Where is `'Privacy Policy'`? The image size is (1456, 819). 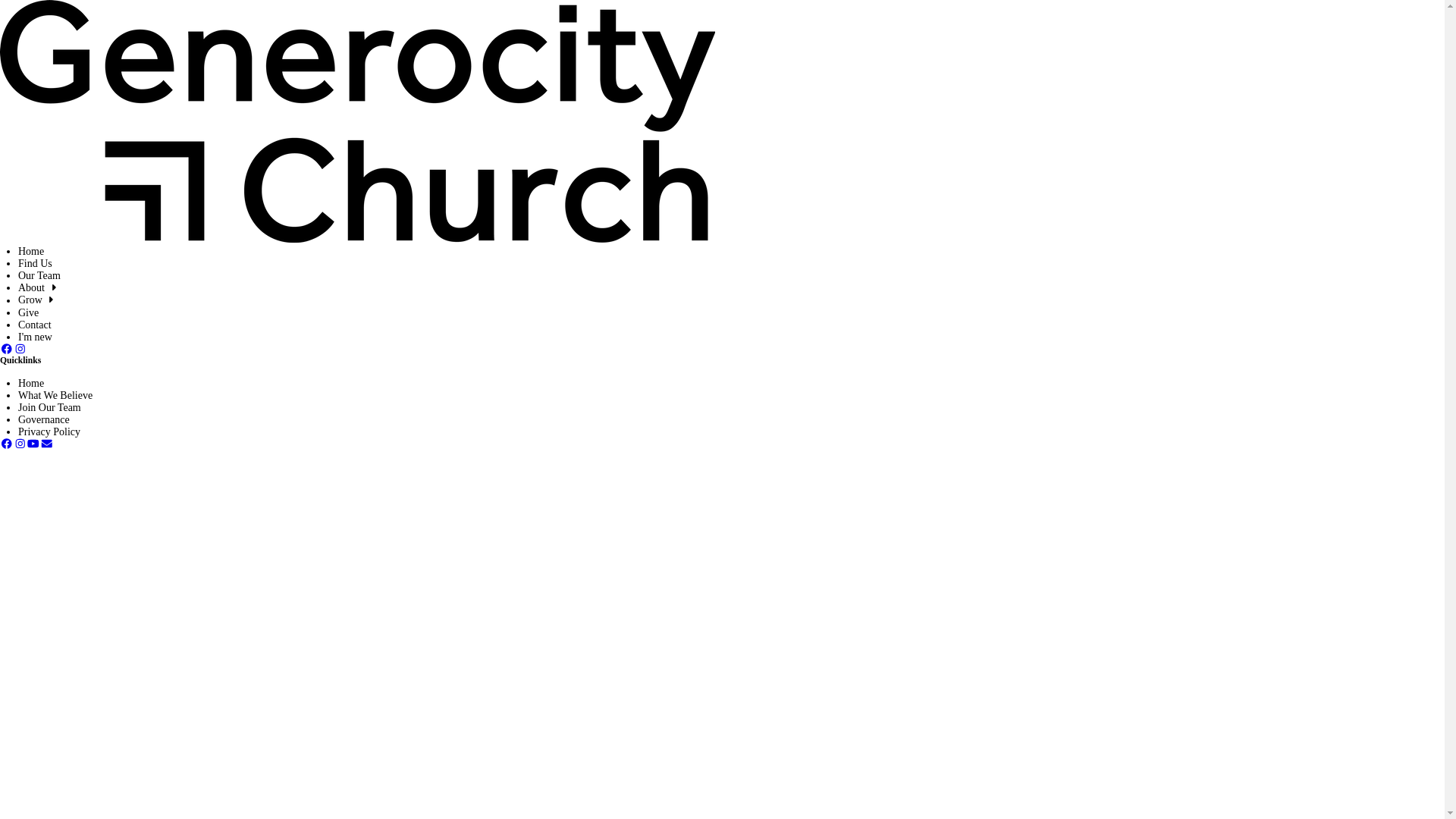
'Privacy Policy' is located at coordinates (49, 431).